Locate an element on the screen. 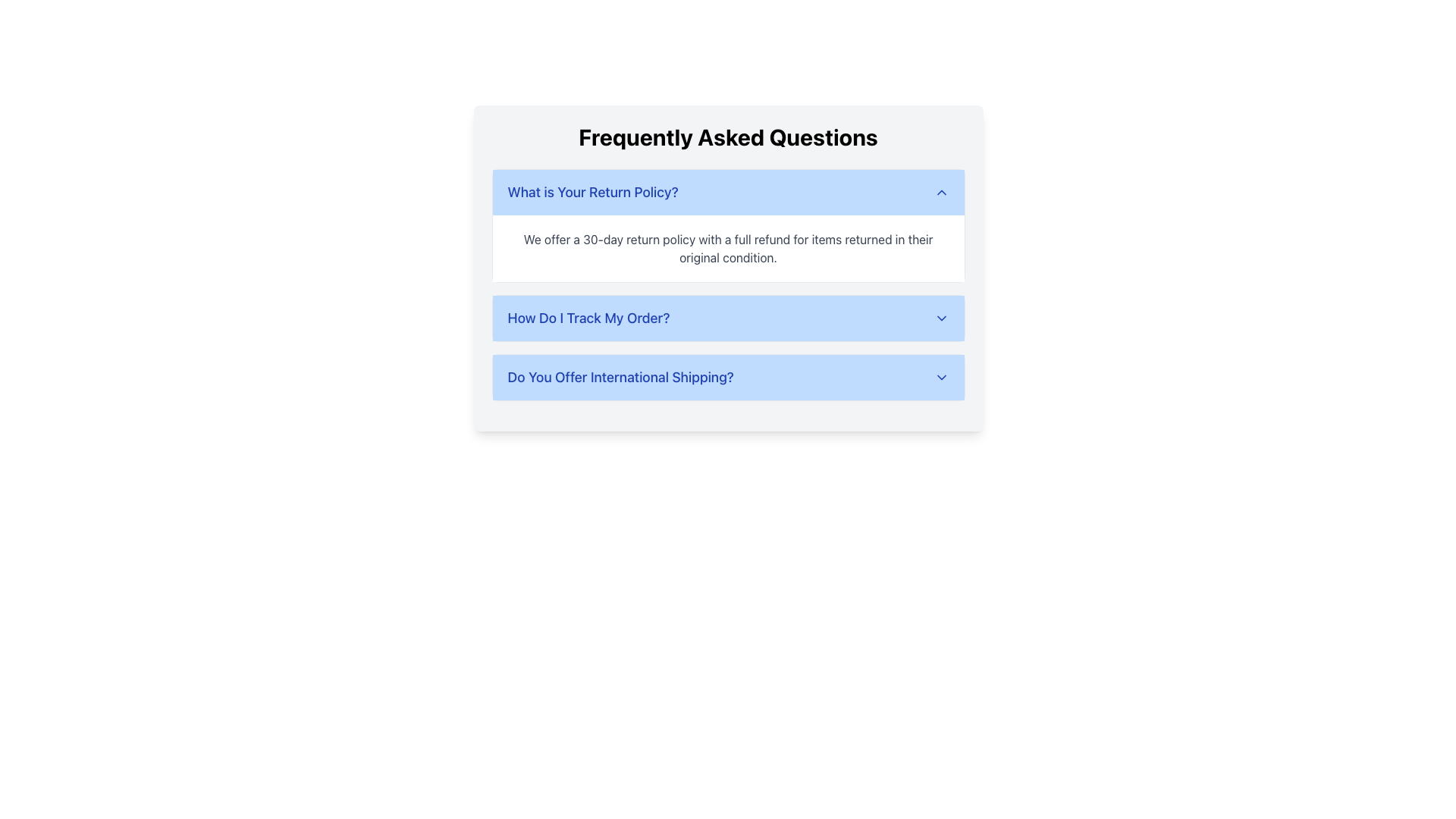 This screenshot has height=819, width=1456. the Text block providing detailed information about the store's return policy, located below the 'What is Your Return Policy?' section in the FAQ interface is located at coordinates (728, 247).